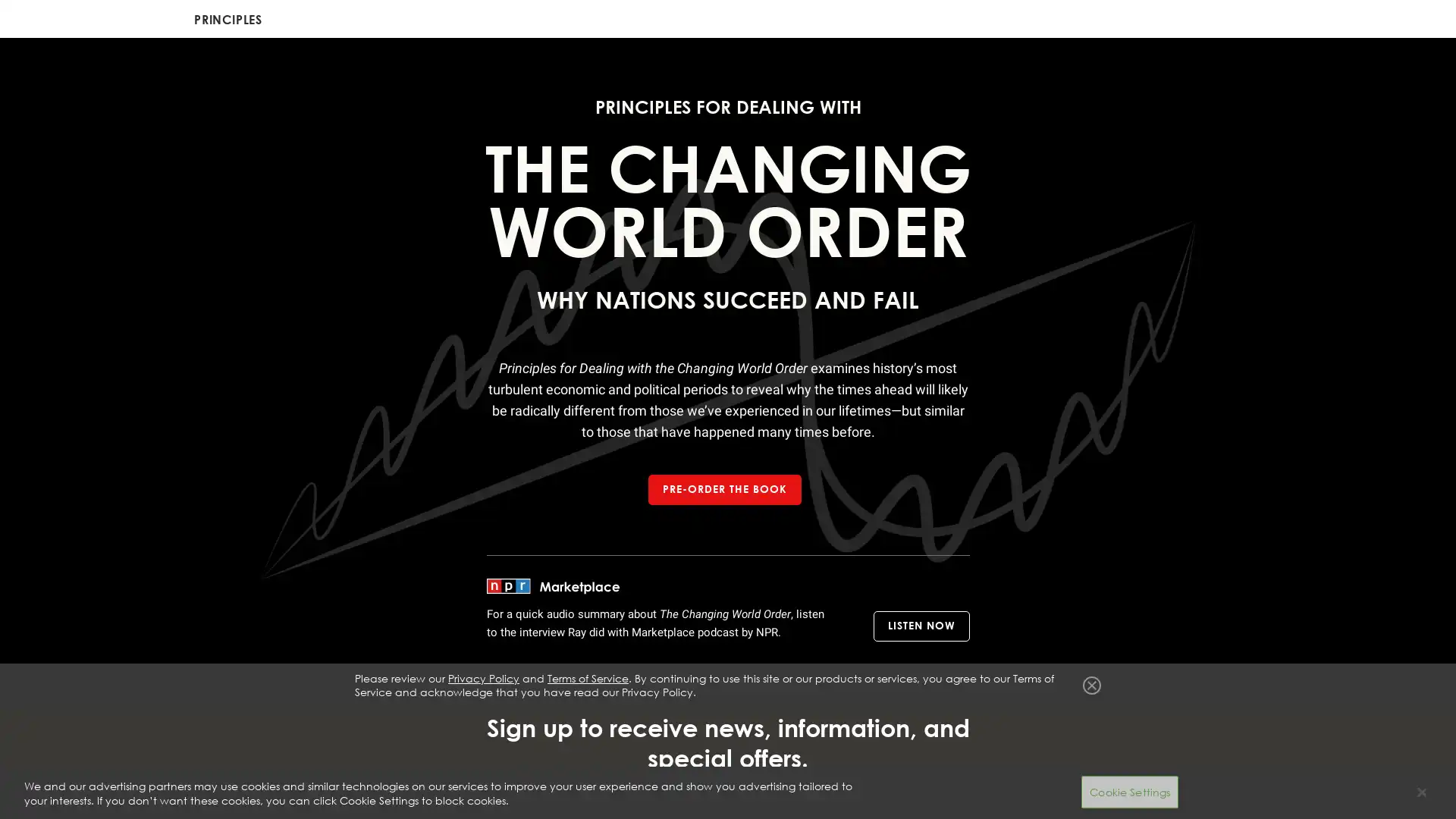 This screenshot has width=1456, height=819. I want to click on LISTEN NOW, so click(920, 626).